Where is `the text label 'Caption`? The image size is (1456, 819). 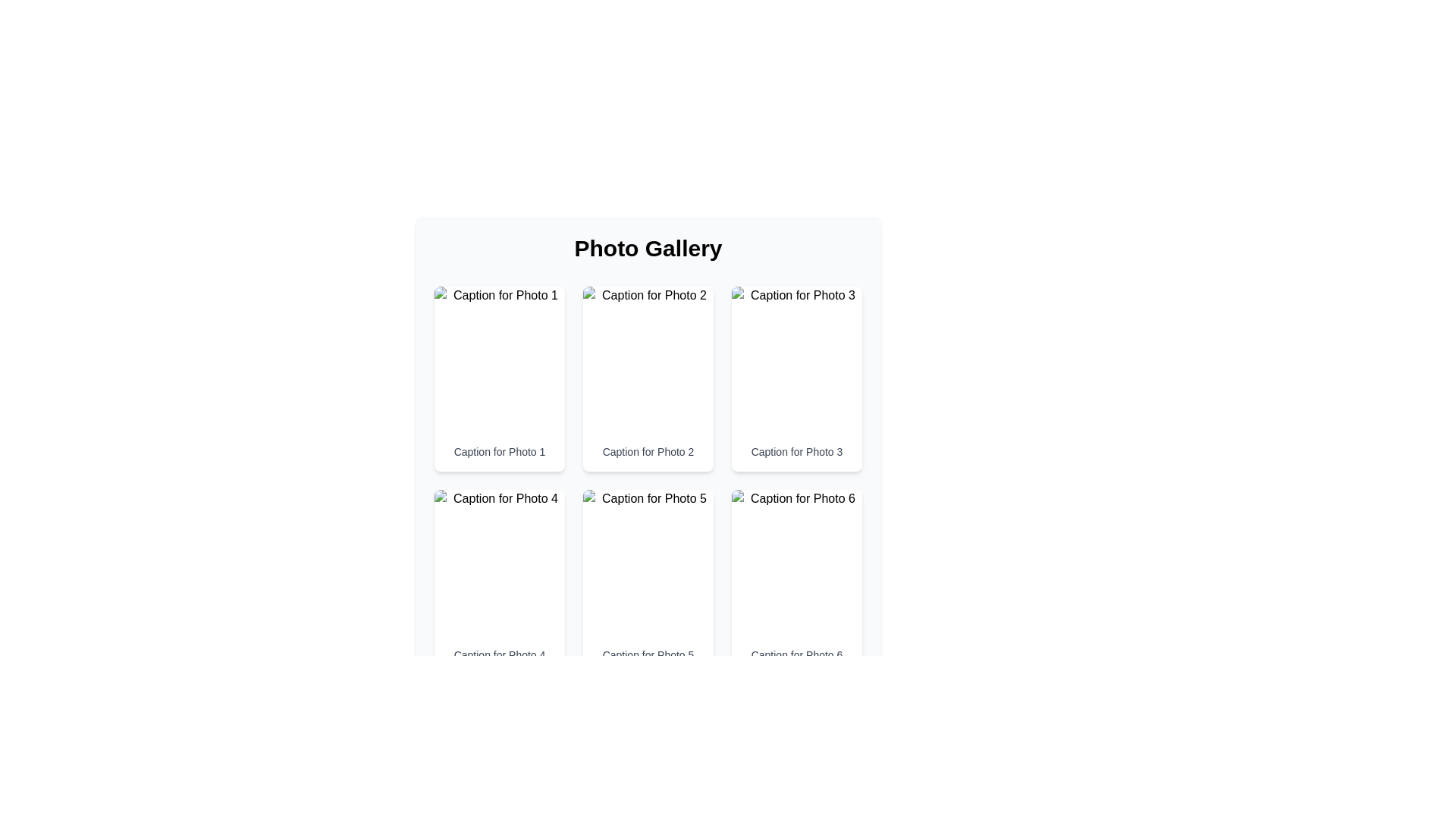
the text label 'Caption is located at coordinates (648, 654).